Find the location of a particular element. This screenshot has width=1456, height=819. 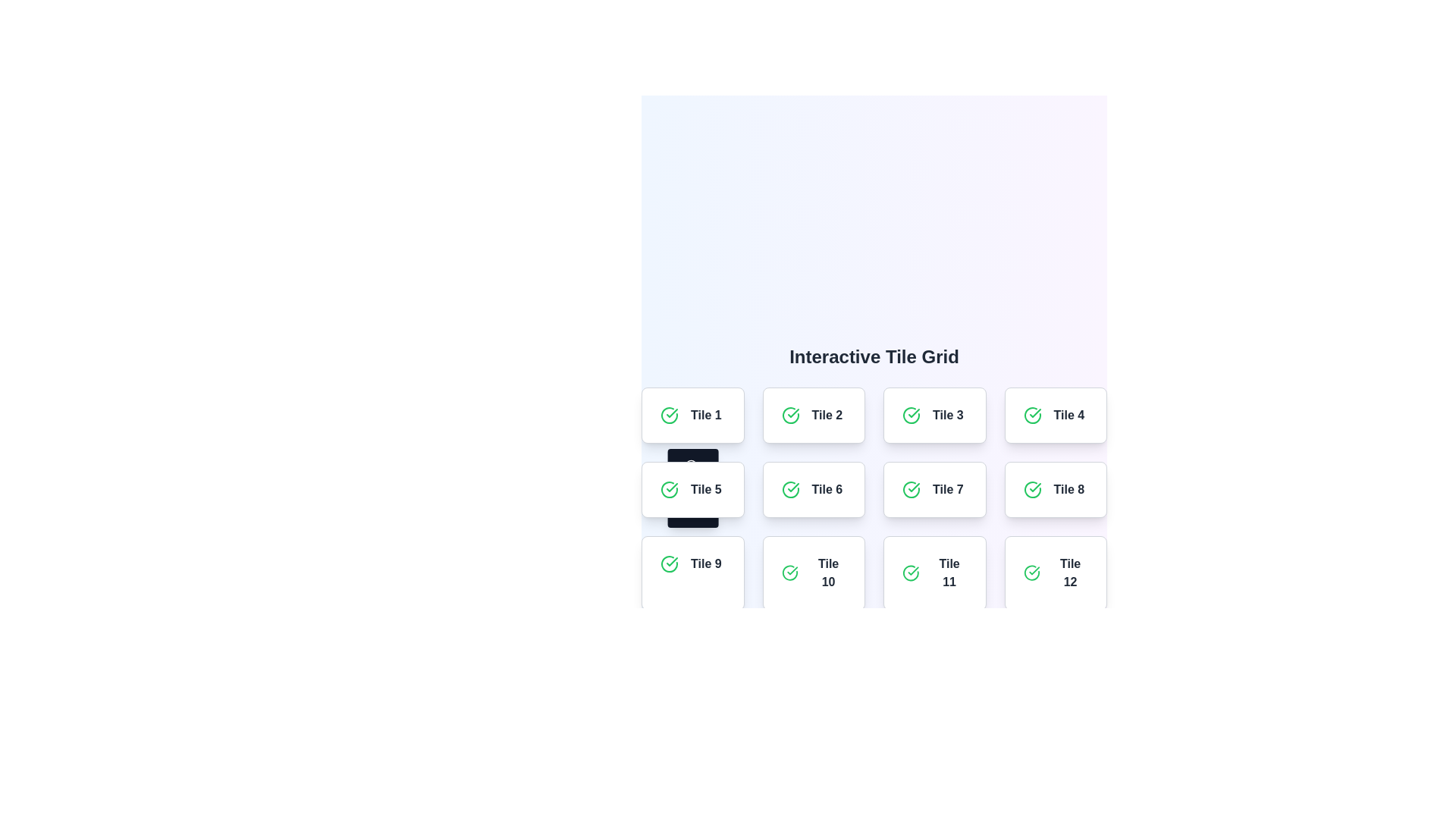

on the card titled 'Tile 7' with a white background and a green checkmark icon, located in the middle row, third column of the grid is located at coordinates (934, 489).